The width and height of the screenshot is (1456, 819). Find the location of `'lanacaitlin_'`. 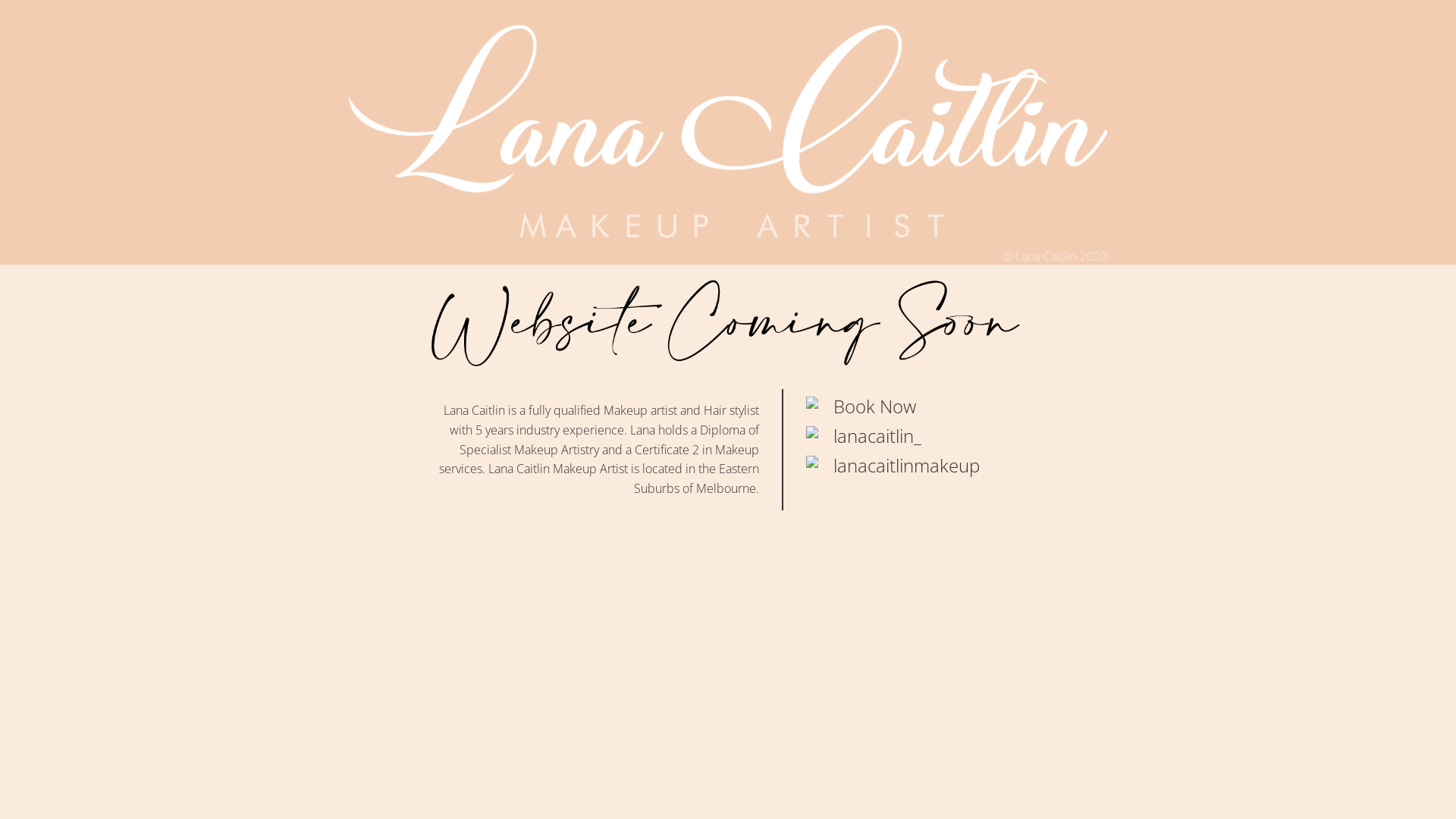

'lanacaitlin_' is located at coordinates (877, 435).